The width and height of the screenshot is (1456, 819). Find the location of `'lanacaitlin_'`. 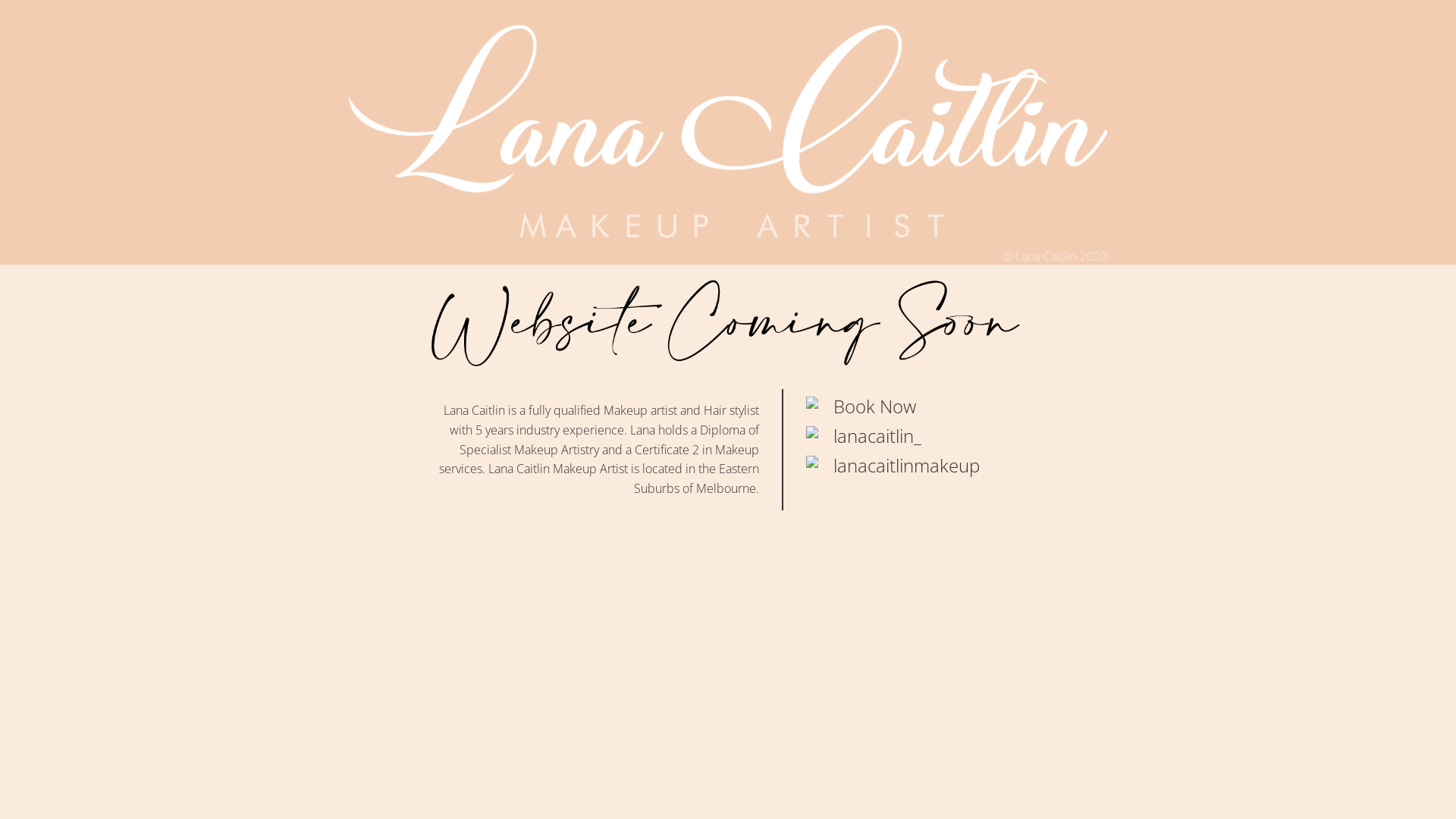

'lanacaitlin_' is located at coordinates (877, 435).